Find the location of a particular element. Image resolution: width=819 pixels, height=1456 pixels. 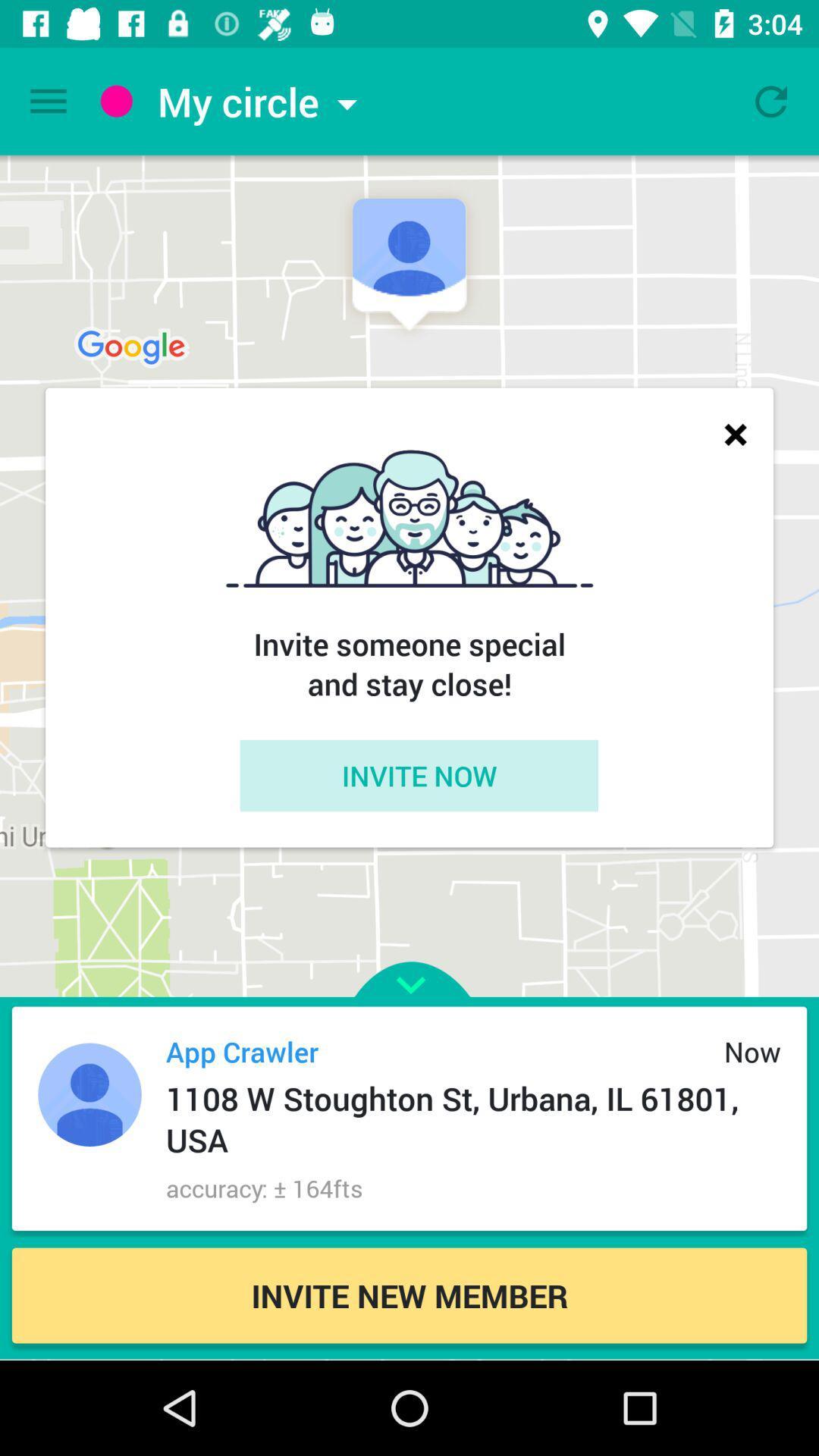

refresh circle is located at coordinates (771, 100).